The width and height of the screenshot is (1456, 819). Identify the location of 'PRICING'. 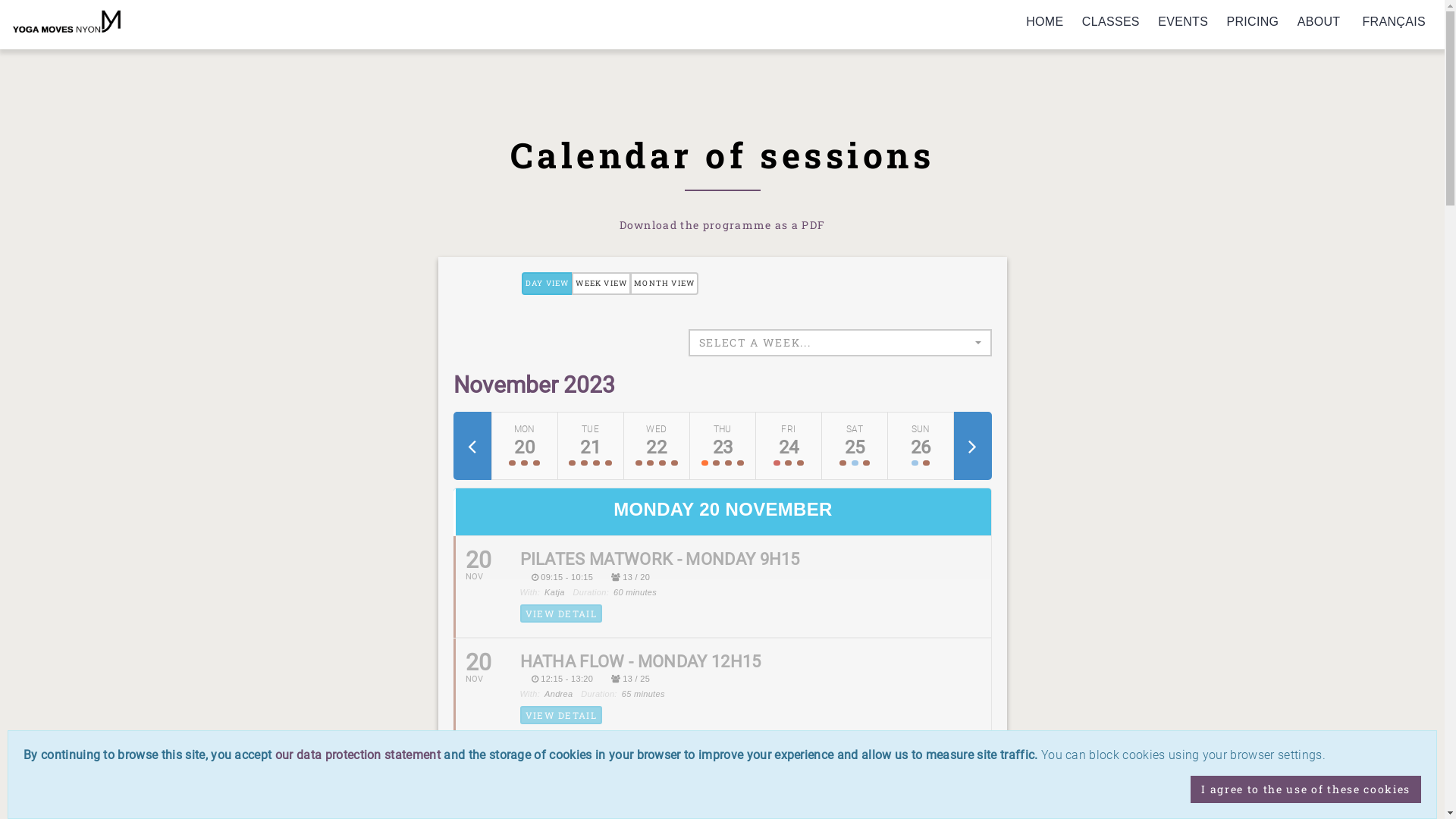
(1219, 22).